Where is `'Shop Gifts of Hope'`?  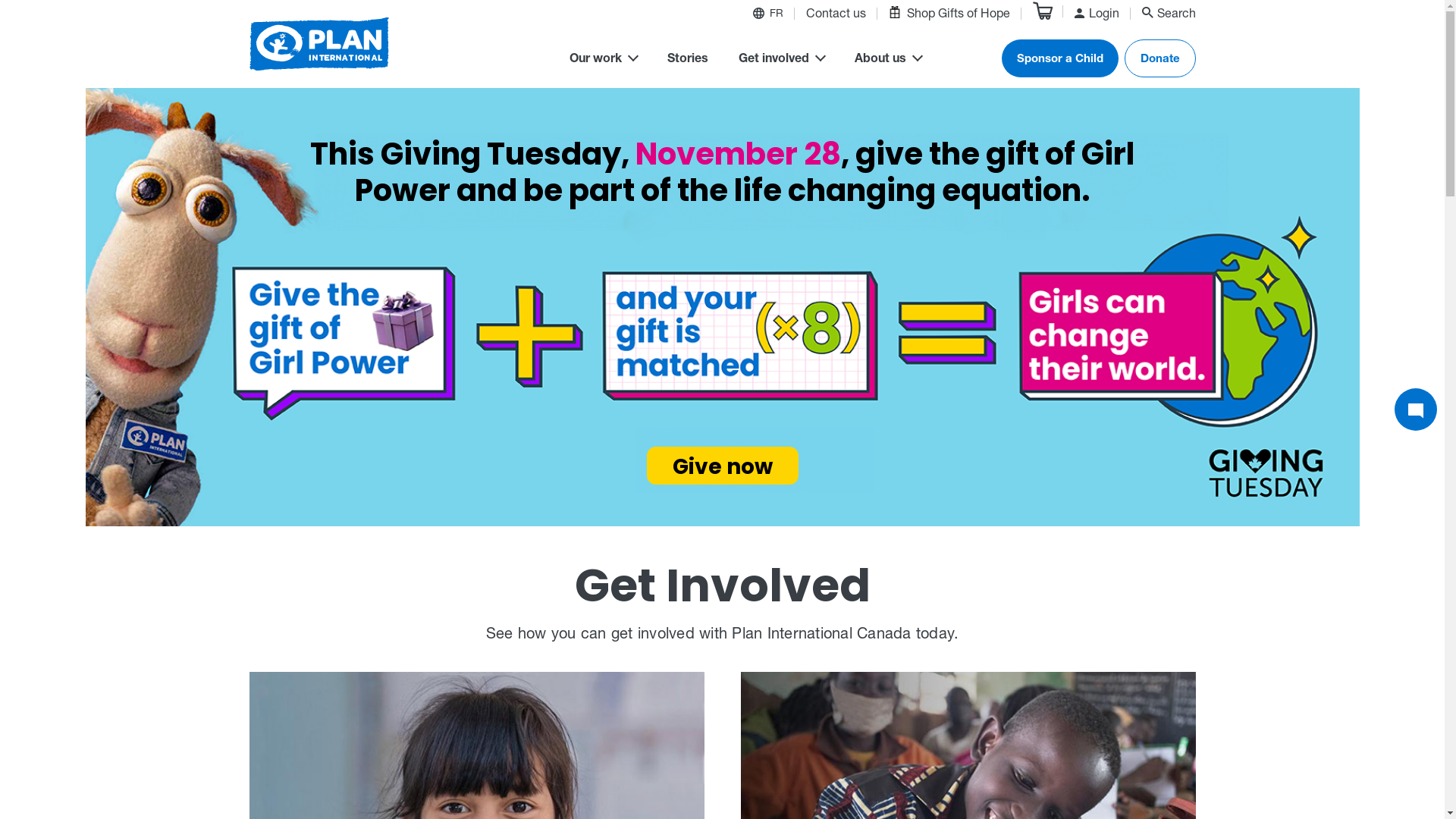
'Shop Gifts of Hope' is located at coordinates (949, 14).